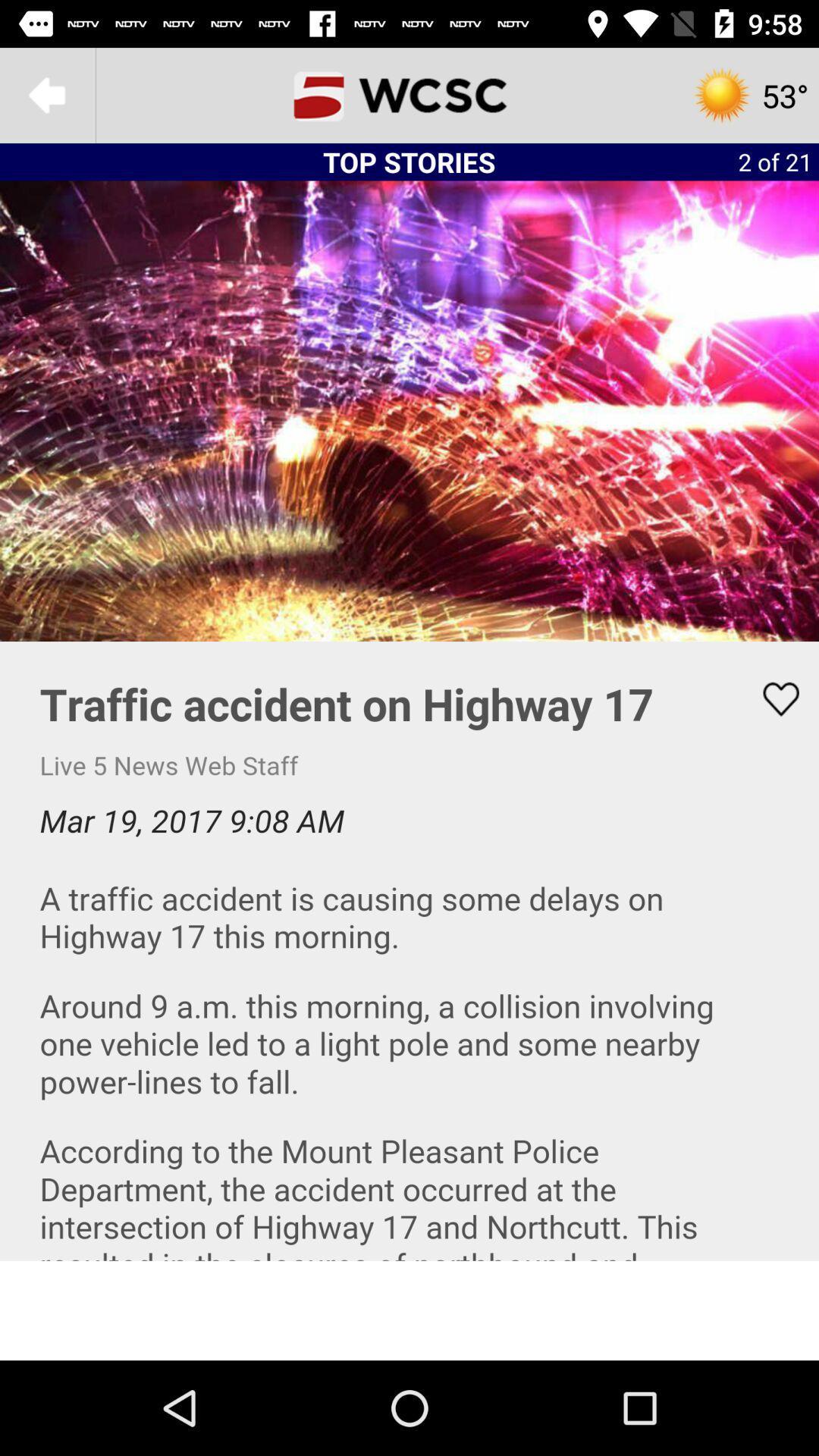 This screenshot has height=1456, width=819. What do you see at coordinates (409, 950) in the screenshot?
I see `color print` at bounding box center [409, 950].